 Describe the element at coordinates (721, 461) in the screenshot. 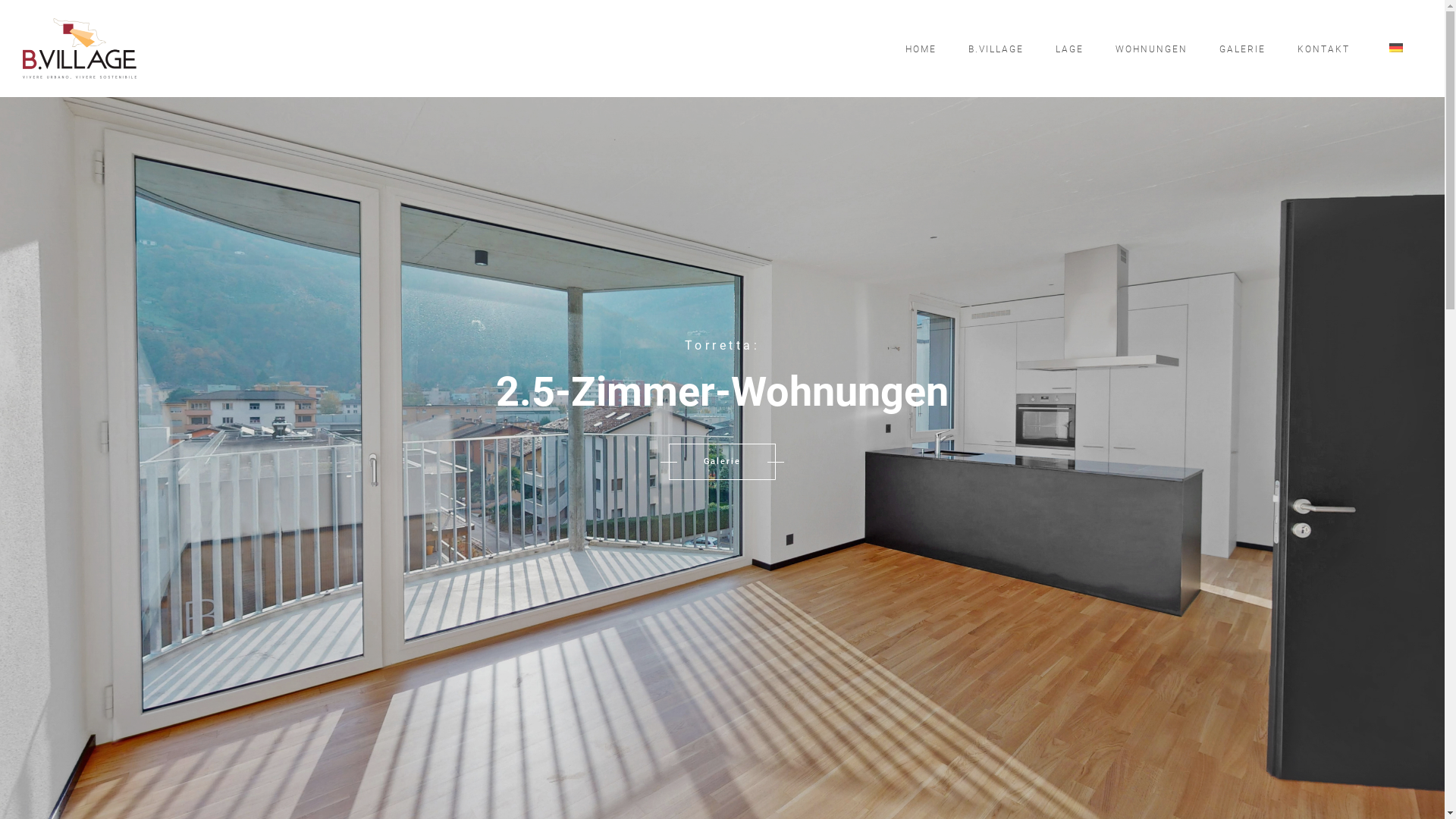

I see `'Galerie'` at that location.